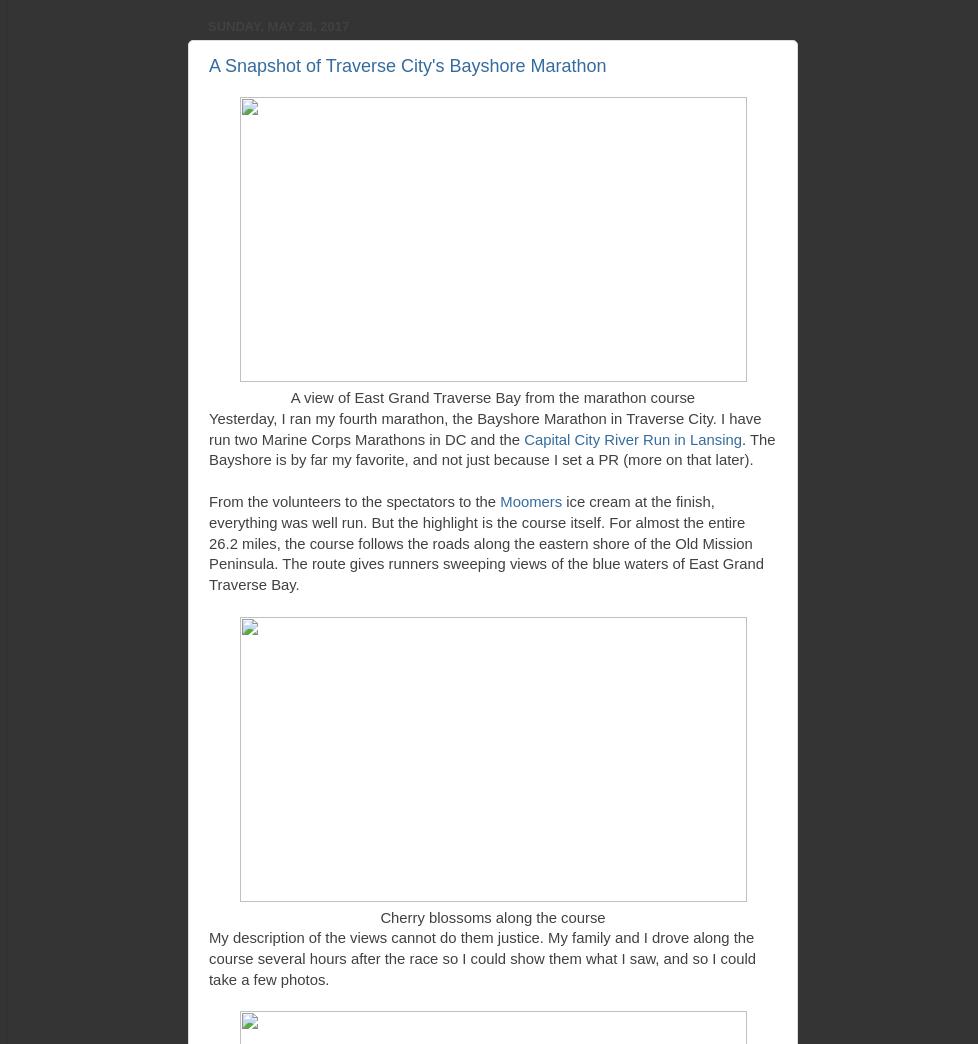 The image size is (978, 1044). I want to click on 'Yesterday, I ran my fourth marathon, the Bayshore Marathon in Traverse City. I have run two Marine Corps Marathons in DC and the', so click(208, 427).